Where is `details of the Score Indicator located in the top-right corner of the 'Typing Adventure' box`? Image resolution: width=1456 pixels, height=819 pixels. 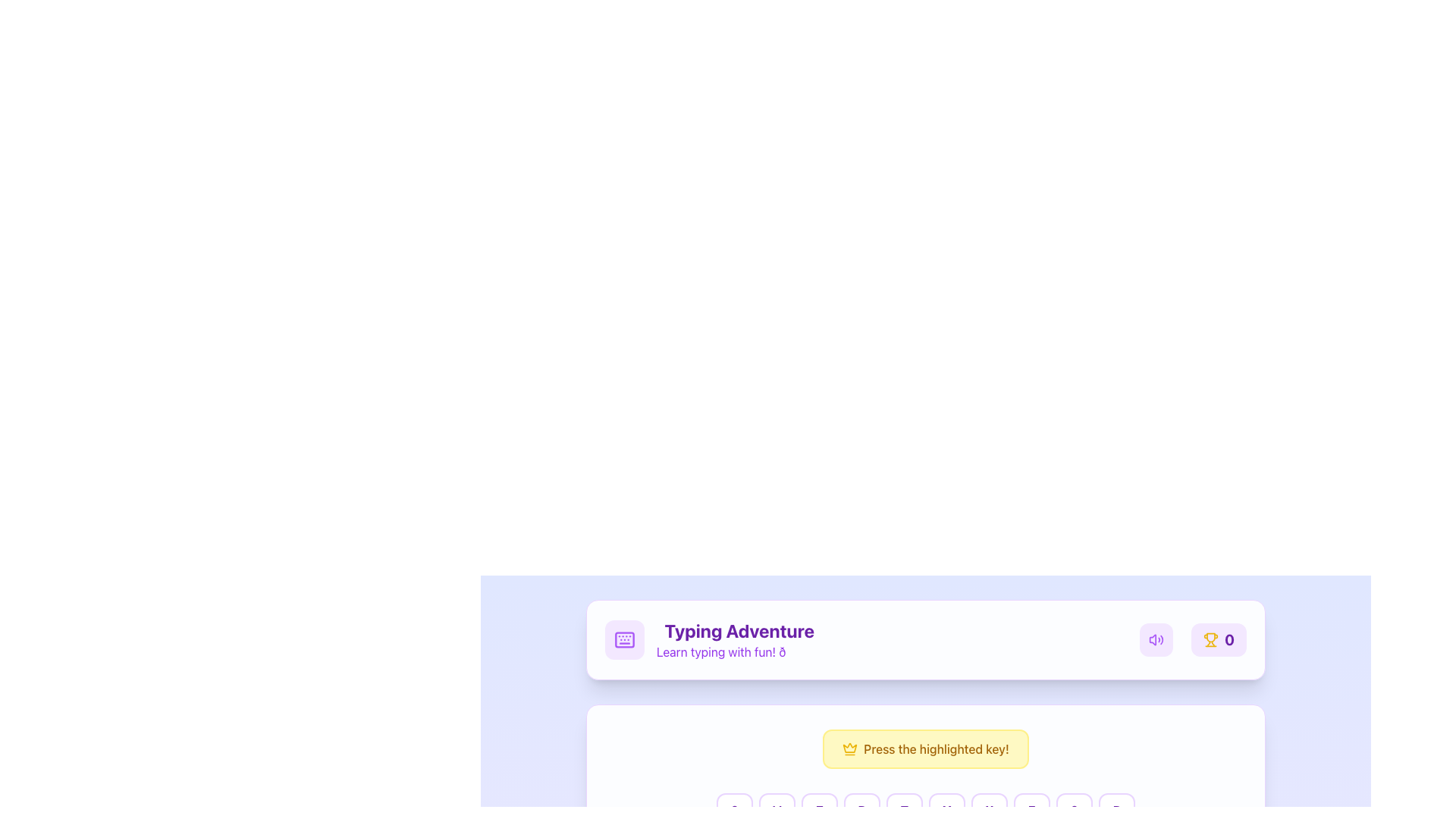 details of the Score Indicator located in the top-right corner of the 'Typing Adventure' box is located at coordinates (1192, 640).